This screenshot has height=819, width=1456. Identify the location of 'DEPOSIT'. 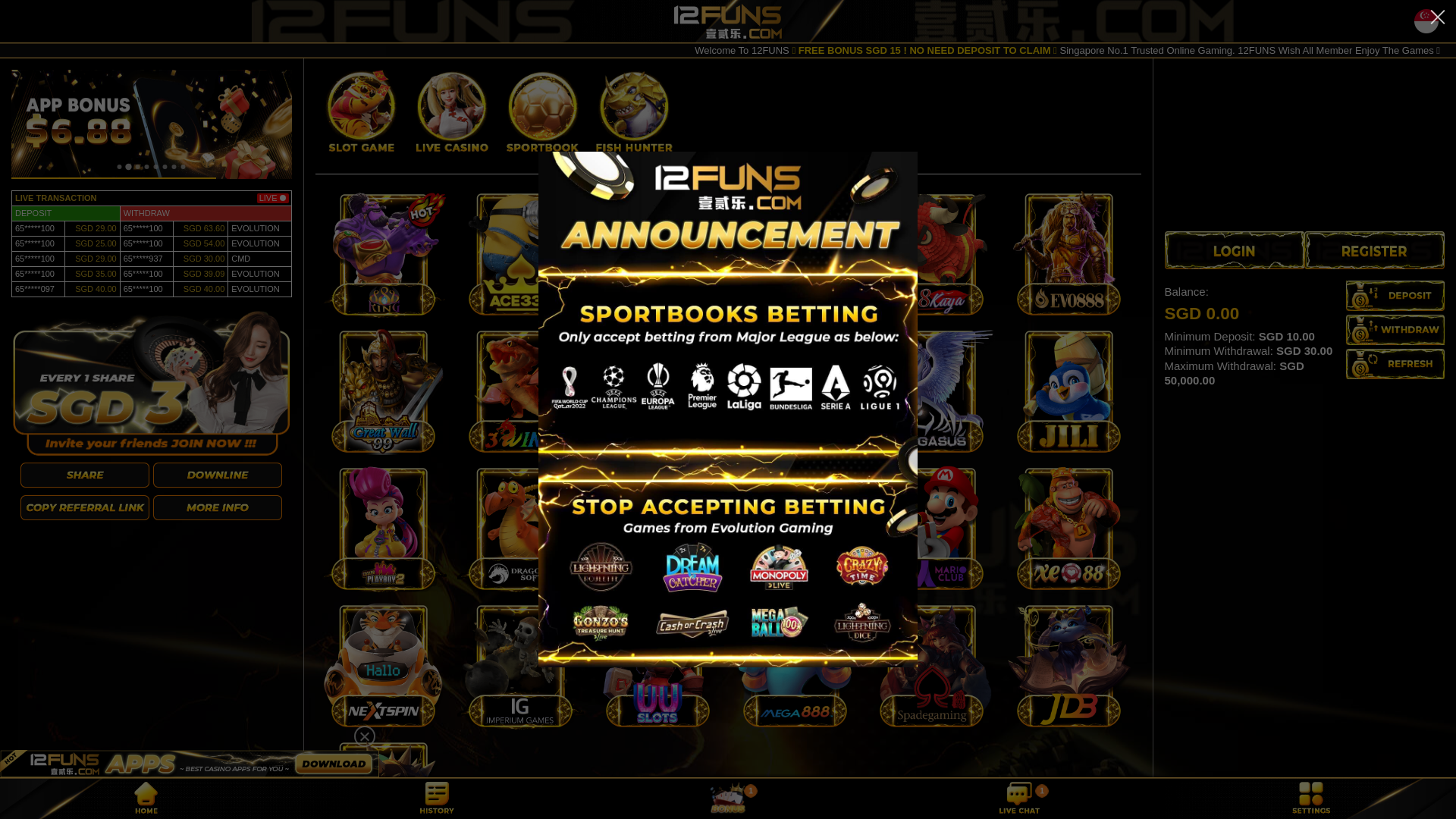
(1395, 295).